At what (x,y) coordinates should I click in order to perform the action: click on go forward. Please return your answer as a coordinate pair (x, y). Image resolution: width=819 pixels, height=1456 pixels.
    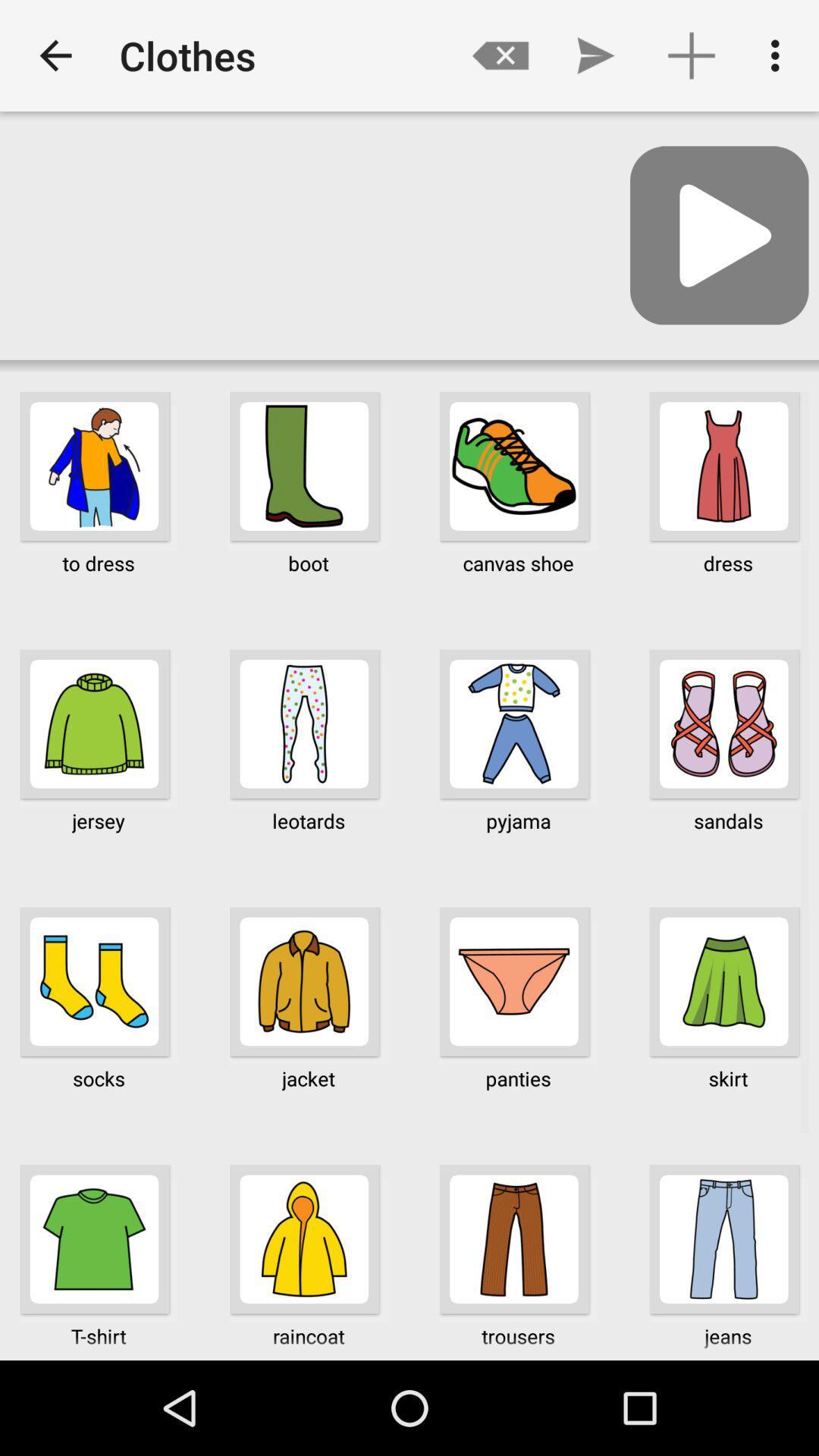
    Looking at the image, I should click on (718, 234).